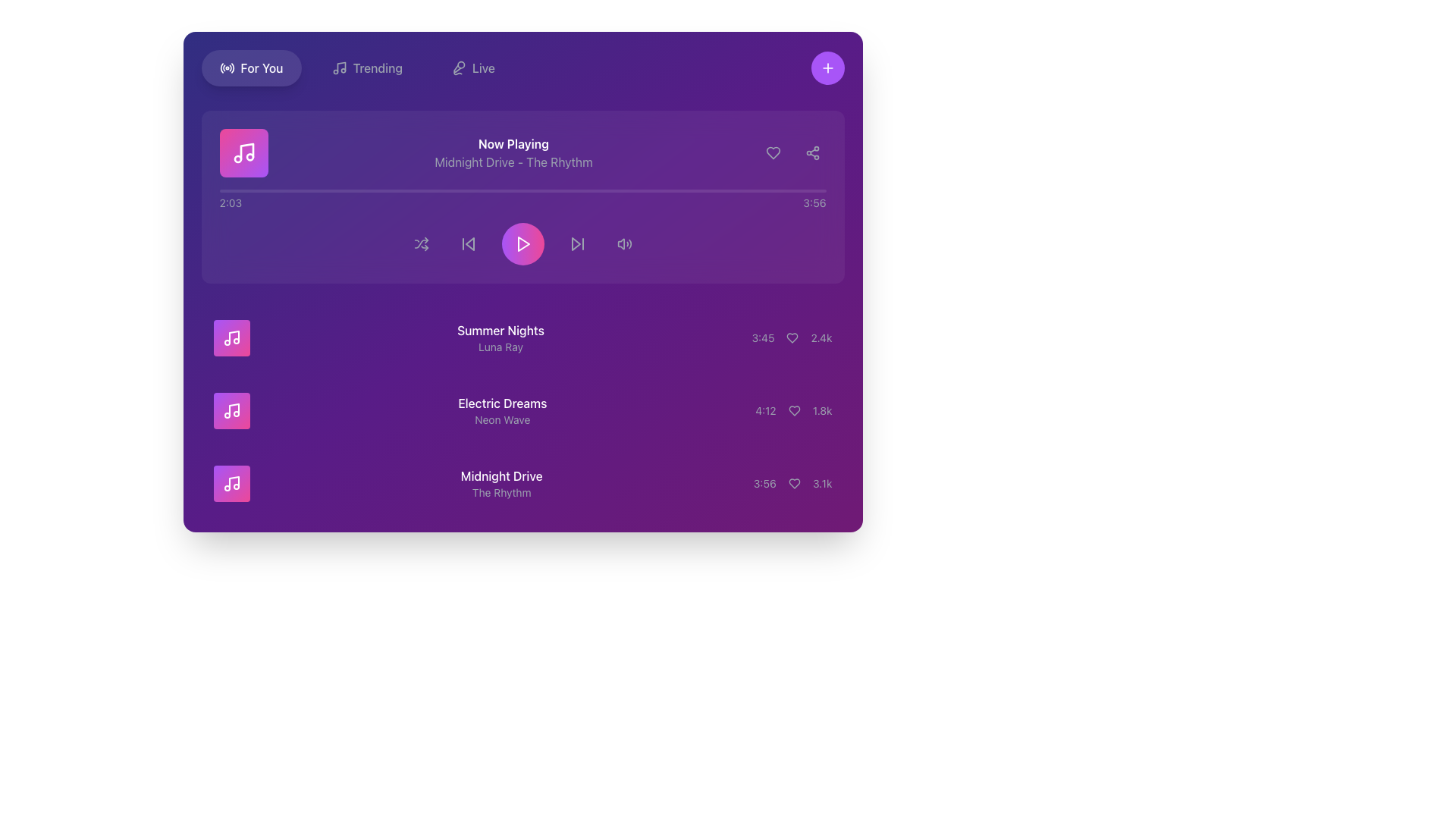  What do you see at coordinates (610, 190) in the screenshot?
I see `playback position` at bounding box center [610, 190].